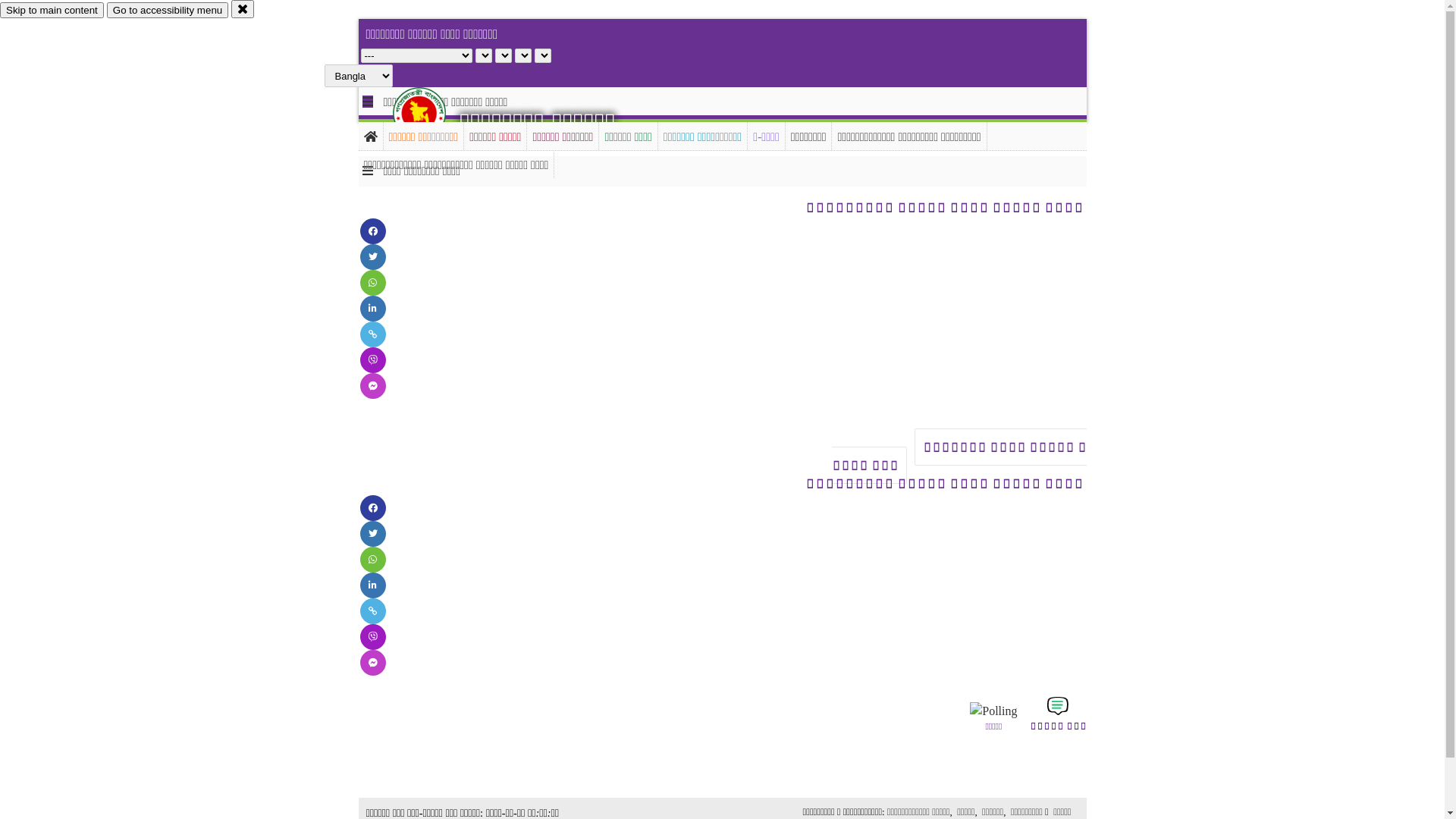 Image resolution: width=1456 pixels, height=819 pixels. Describe the element at coordinates (52, 10) in the screenshot. I see `'Skip to main content'` at that location.